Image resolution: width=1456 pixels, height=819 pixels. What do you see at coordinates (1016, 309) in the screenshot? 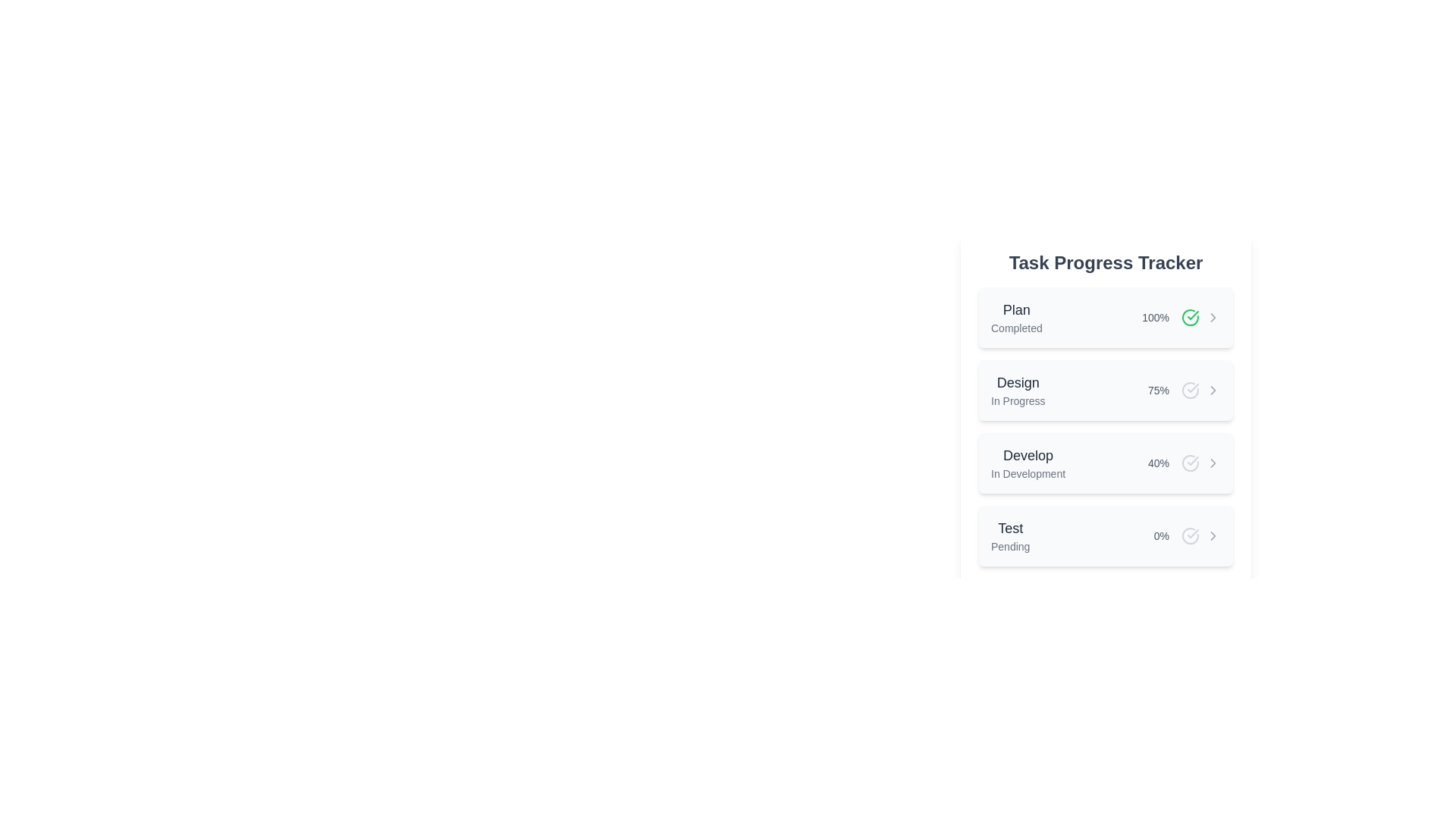
I see `the 'Plan' text label which indicates the stage in the task progression tracker, positioned at the top of the progress section` at bounding box center [1016, 309].